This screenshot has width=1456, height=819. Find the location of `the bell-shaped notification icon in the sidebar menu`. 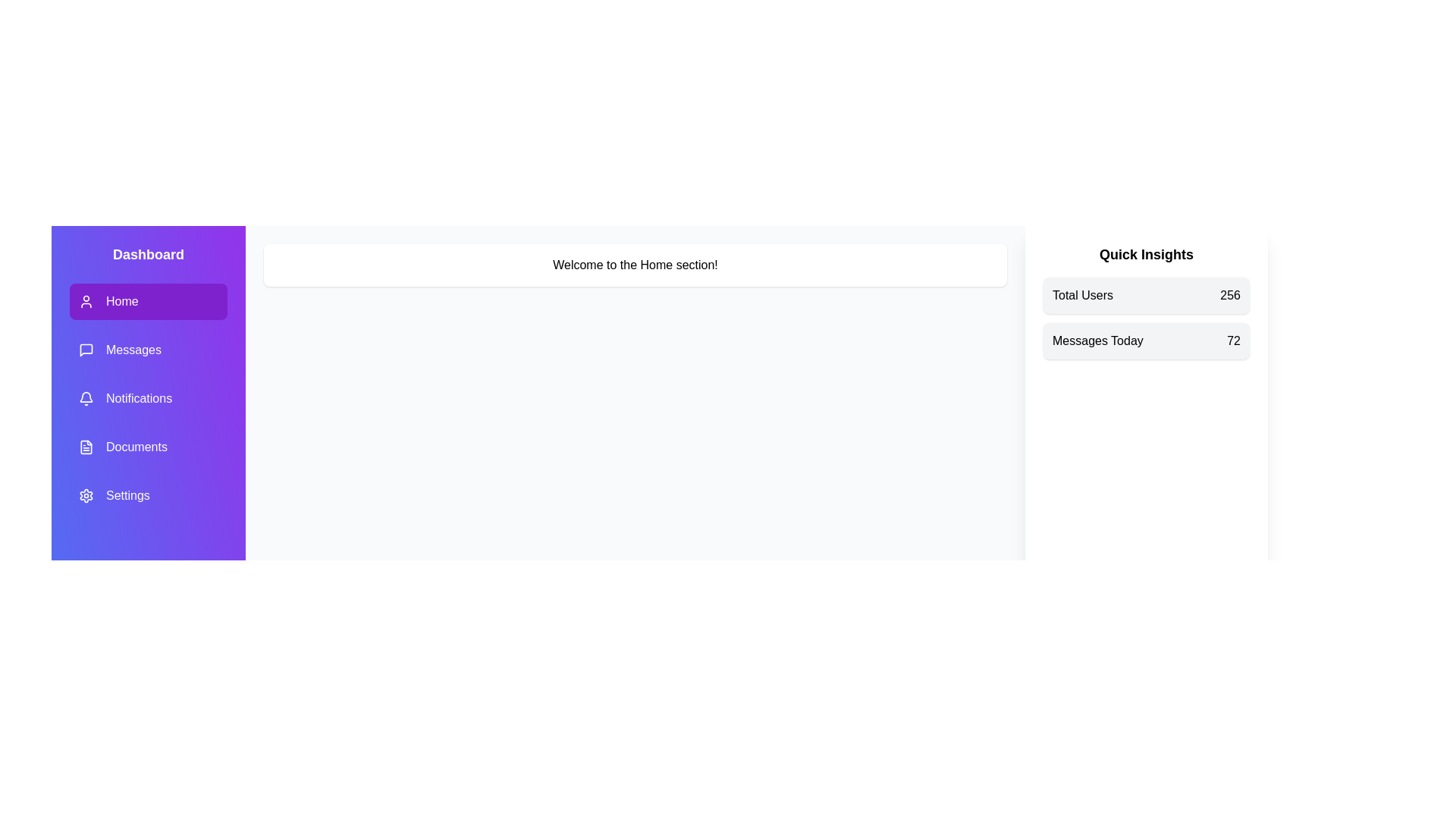

the bell-shaped notification icon in the sidebar menu is located at coordinates (86, 396).